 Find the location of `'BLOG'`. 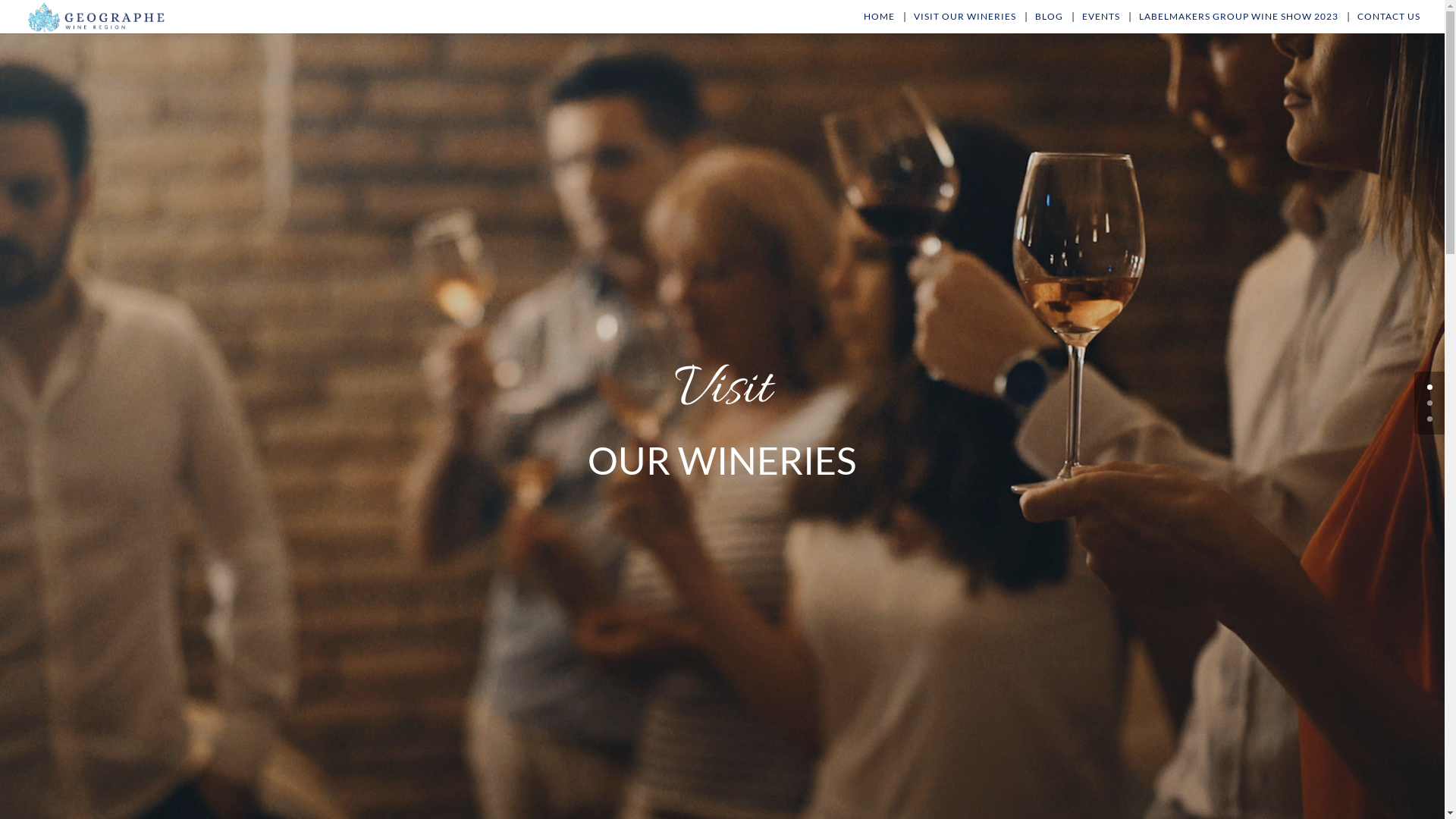

'BLOG' is located at coordinates (1048, 22).